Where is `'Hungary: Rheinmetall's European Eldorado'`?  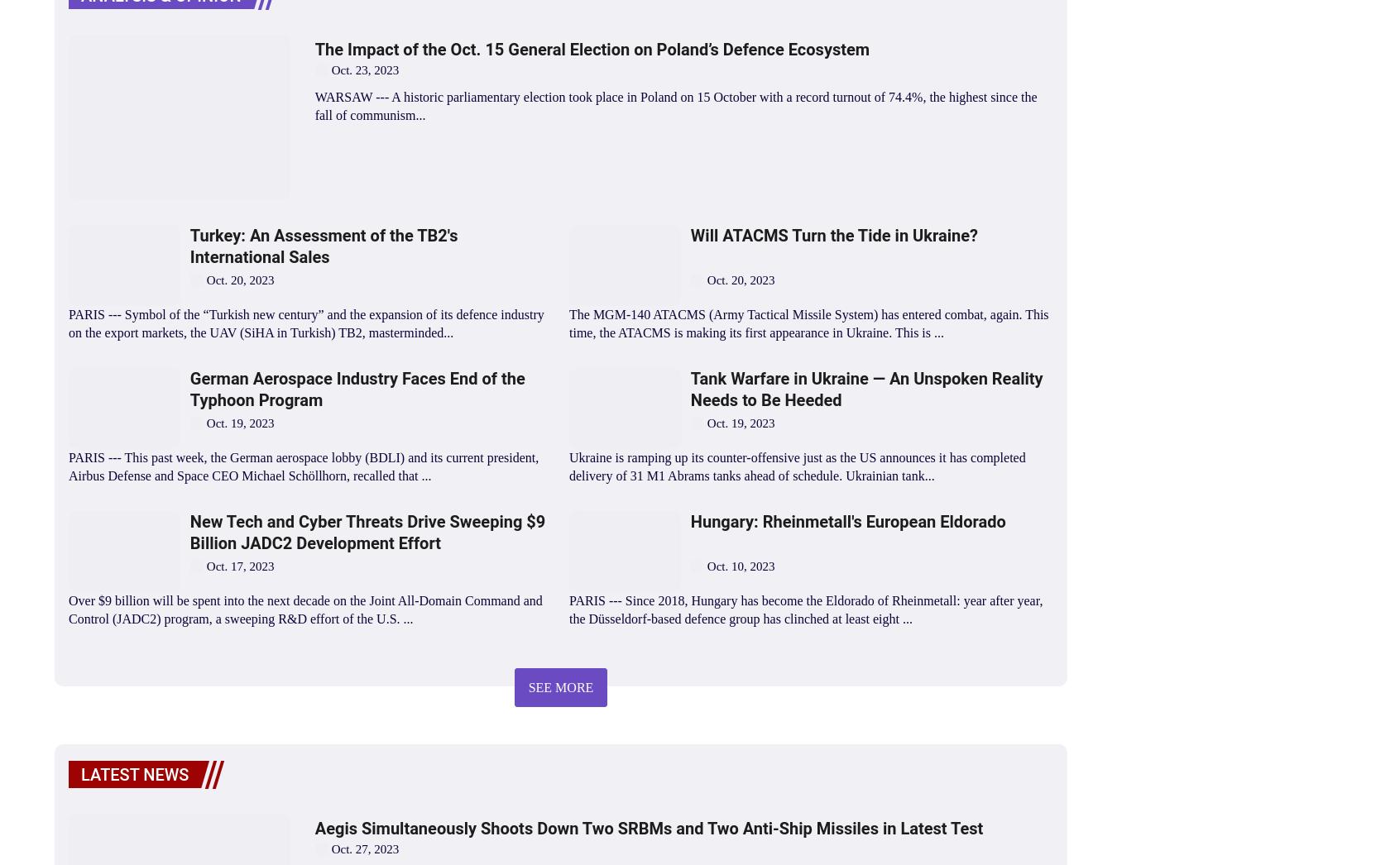
'Hungary: Rheinmetall's European Eldorado' is located at coordinates (846, 520).